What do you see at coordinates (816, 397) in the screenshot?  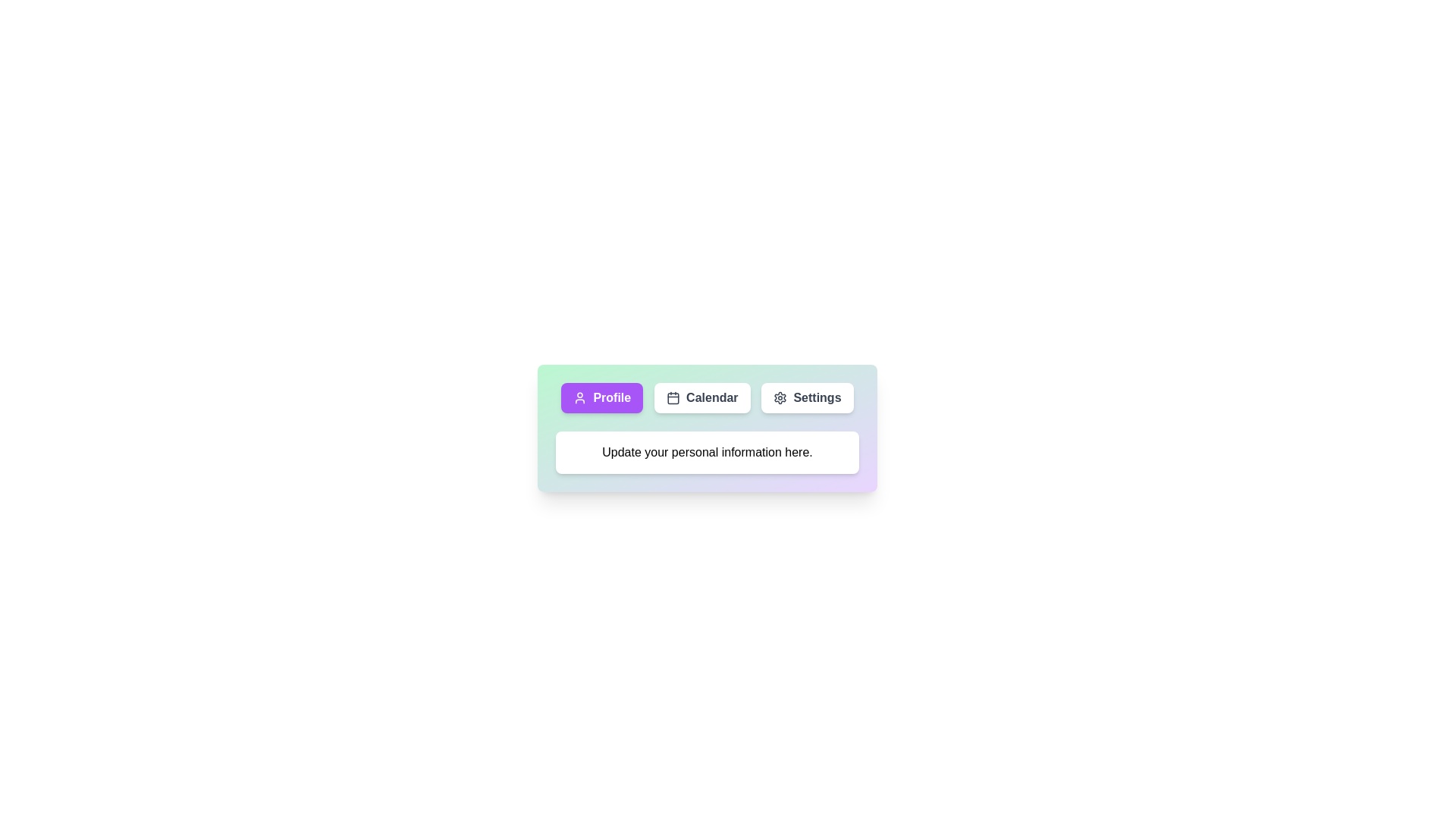 I see `the button labeled 'Settings' which is the third button in a row of three buttons` at bounding box center [816, 397].